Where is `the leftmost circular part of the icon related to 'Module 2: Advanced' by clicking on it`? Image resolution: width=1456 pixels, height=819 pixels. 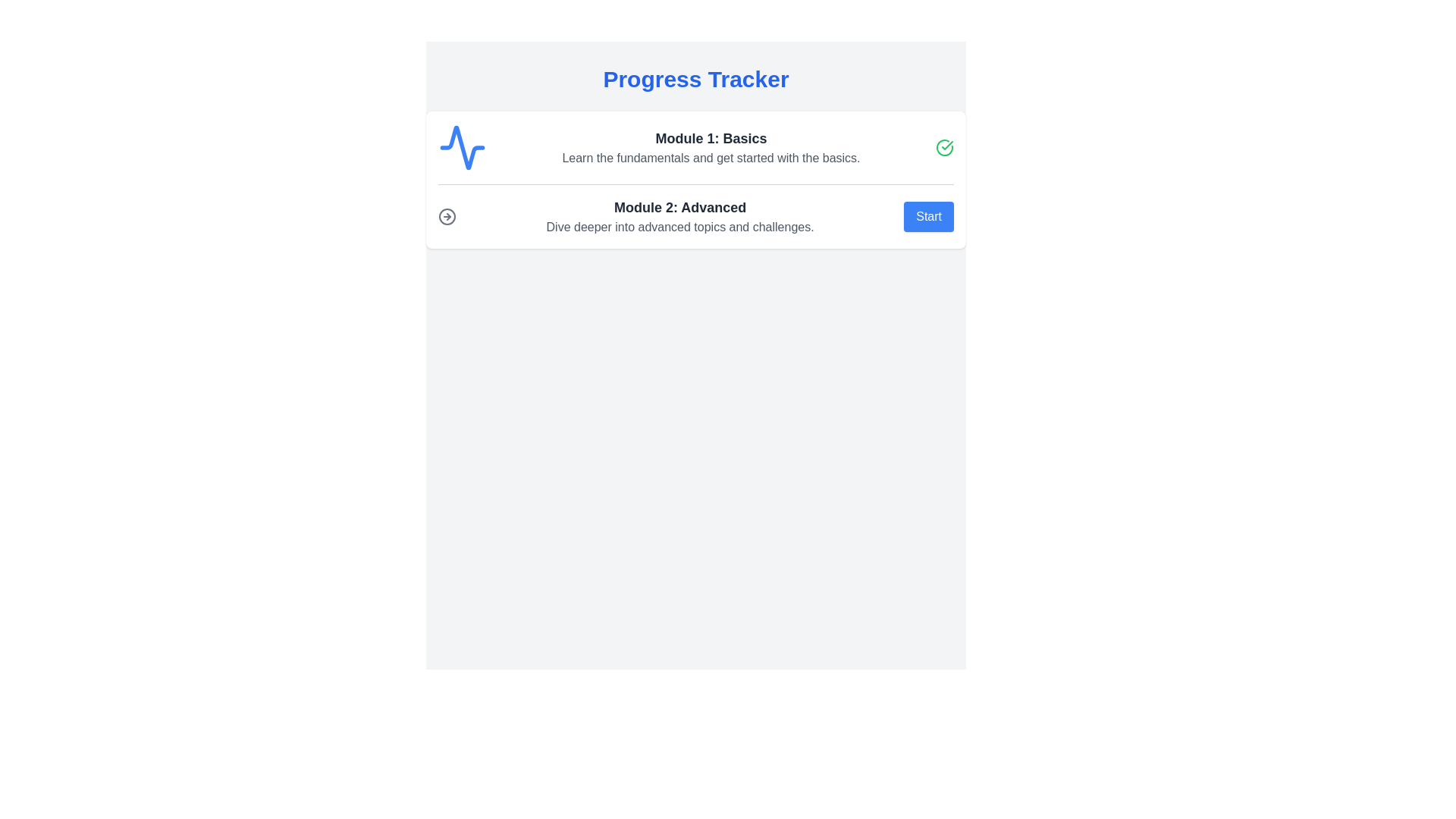 the leftmost circular part of the icon related to 'Module 2: Advanced' by clicking on it is located at coordinates (447, 216).